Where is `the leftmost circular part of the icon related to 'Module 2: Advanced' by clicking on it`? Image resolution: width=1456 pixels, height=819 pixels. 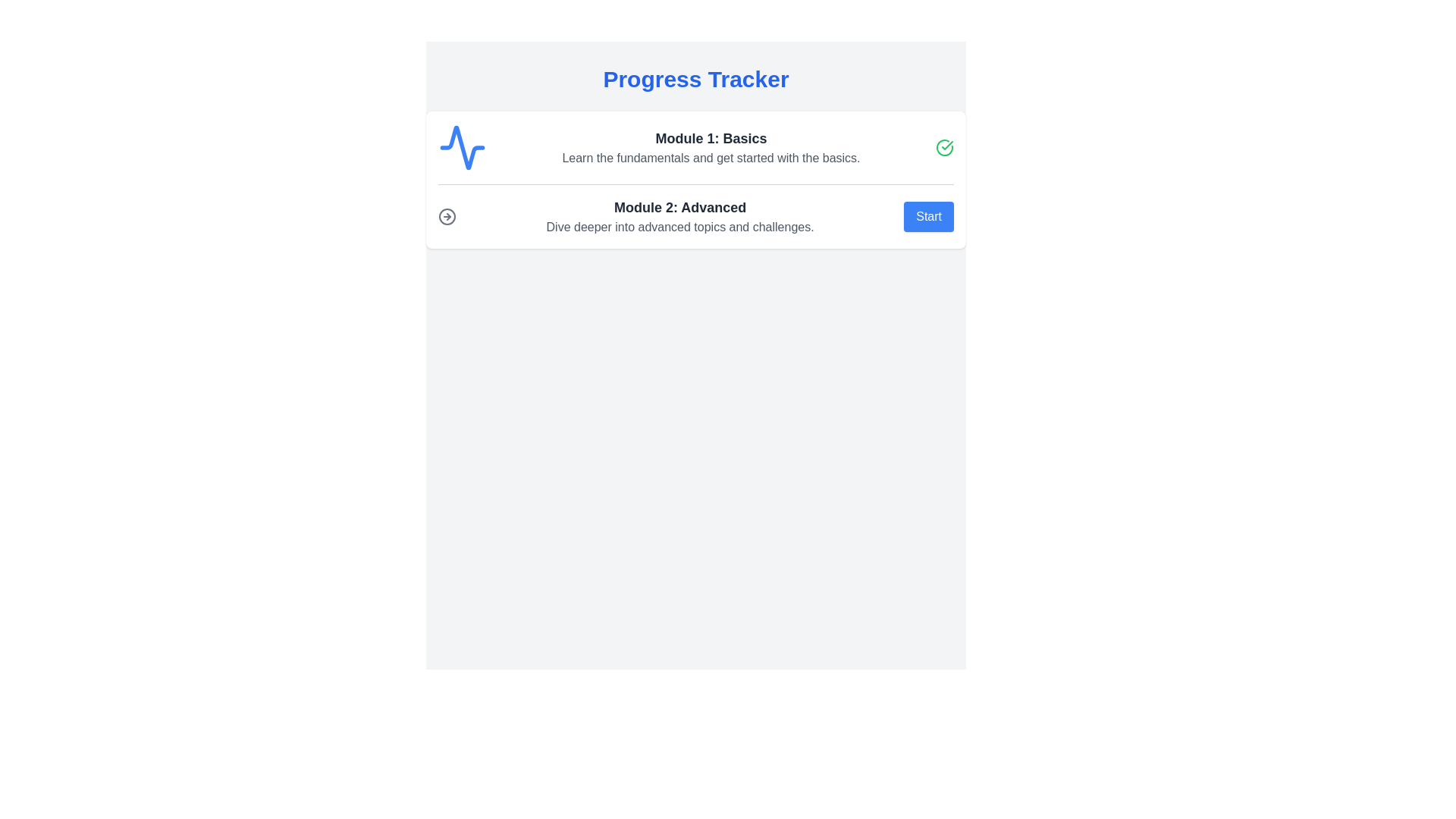 the leftmost circular part of the icon related to 'Module 2: Advanced' by clicking on it is located at coordinates (447, 216).